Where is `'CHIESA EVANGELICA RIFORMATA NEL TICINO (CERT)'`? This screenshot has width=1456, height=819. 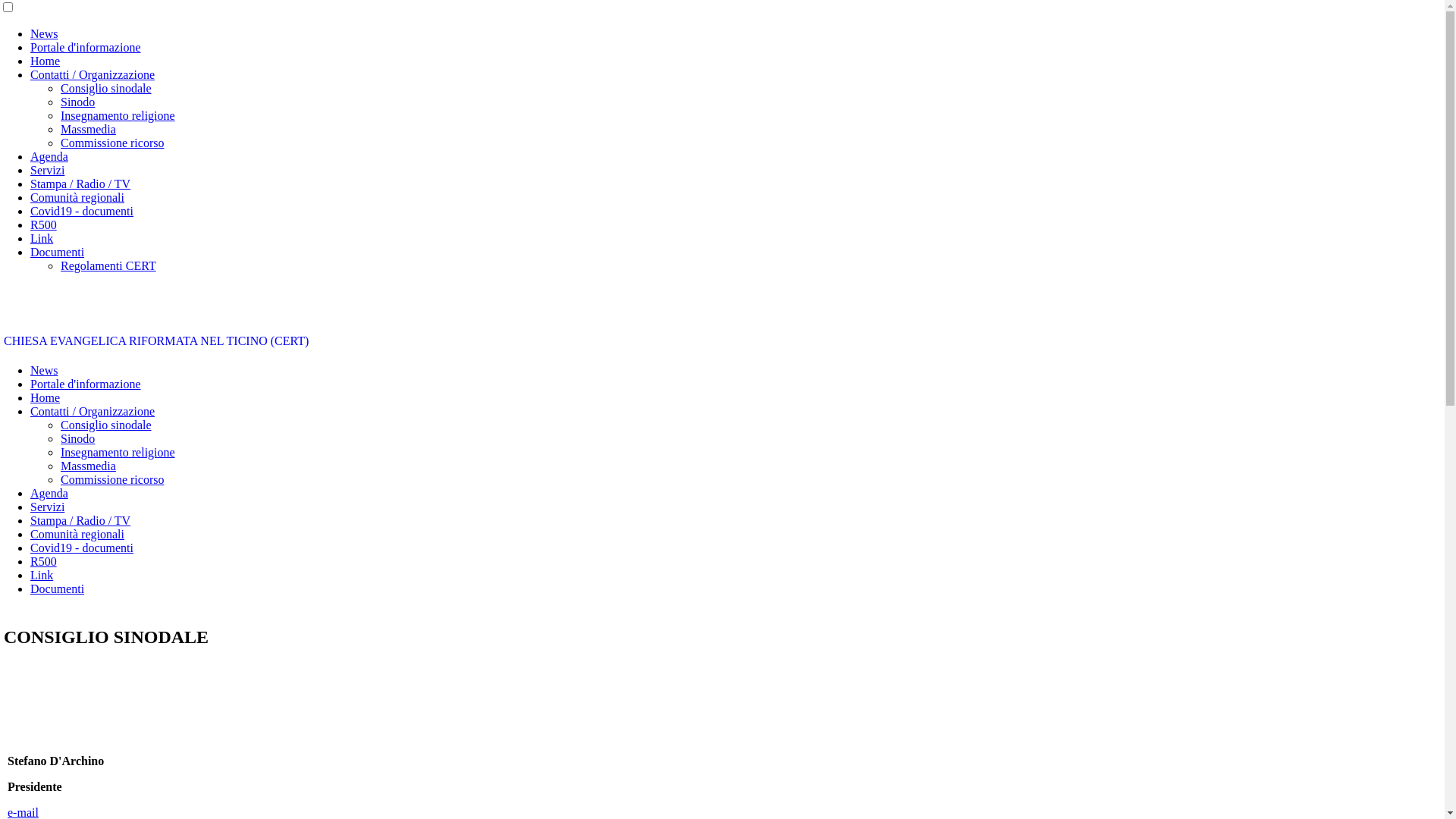
'CHIESA EVANGELICA RIFORMATA NEL TICINO (CERT)' is located at coordinates (156, 340).